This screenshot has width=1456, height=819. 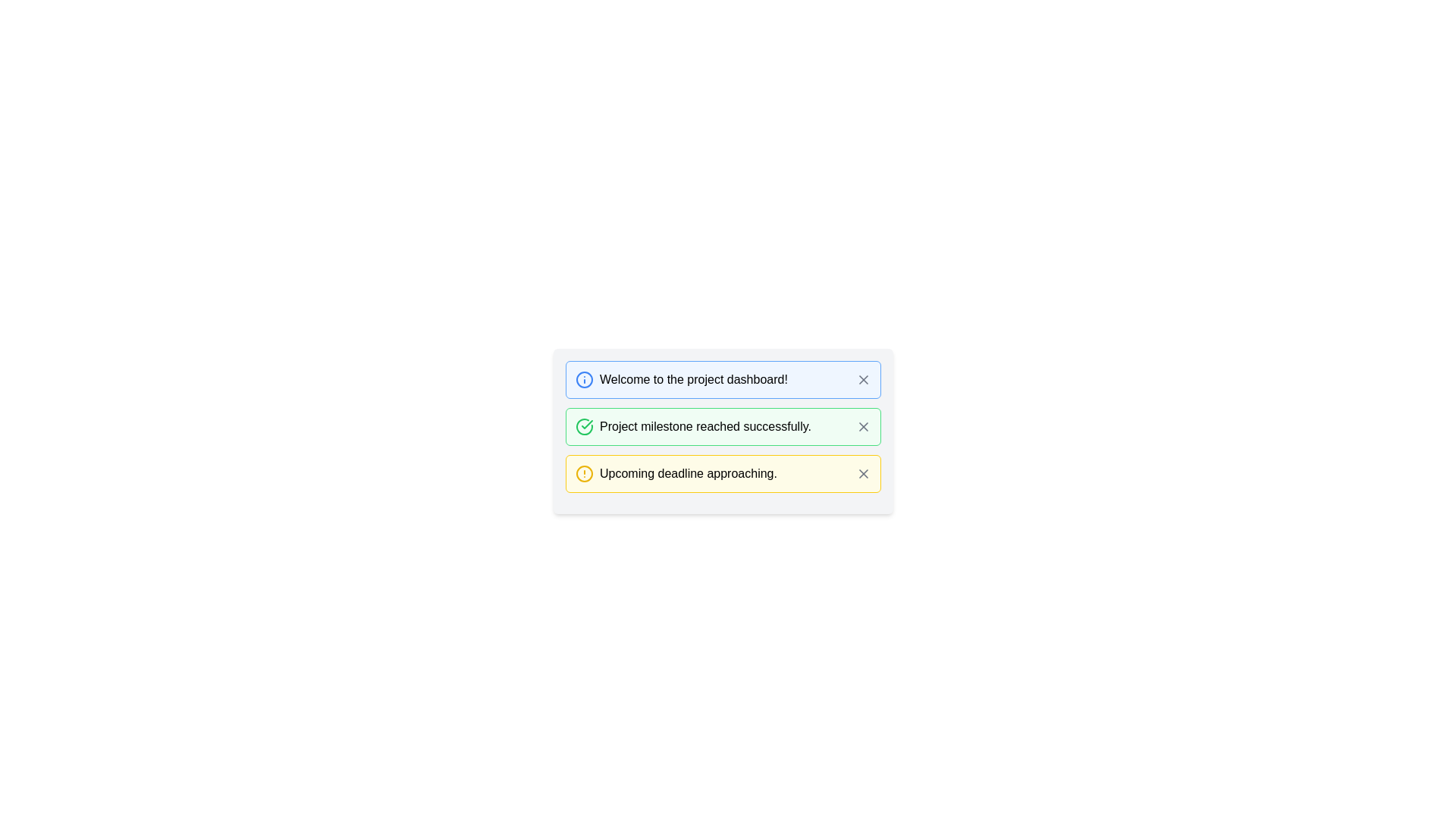 What do you see at coordinates (676, 472) in the screenshot?
I see `the text label with icon that communicates a notification about an approaching deadline, located in the third card of a vertically stacked series of notifications, centered horizontally within a yellow-highlighted card` at bounding box center [676, 472].